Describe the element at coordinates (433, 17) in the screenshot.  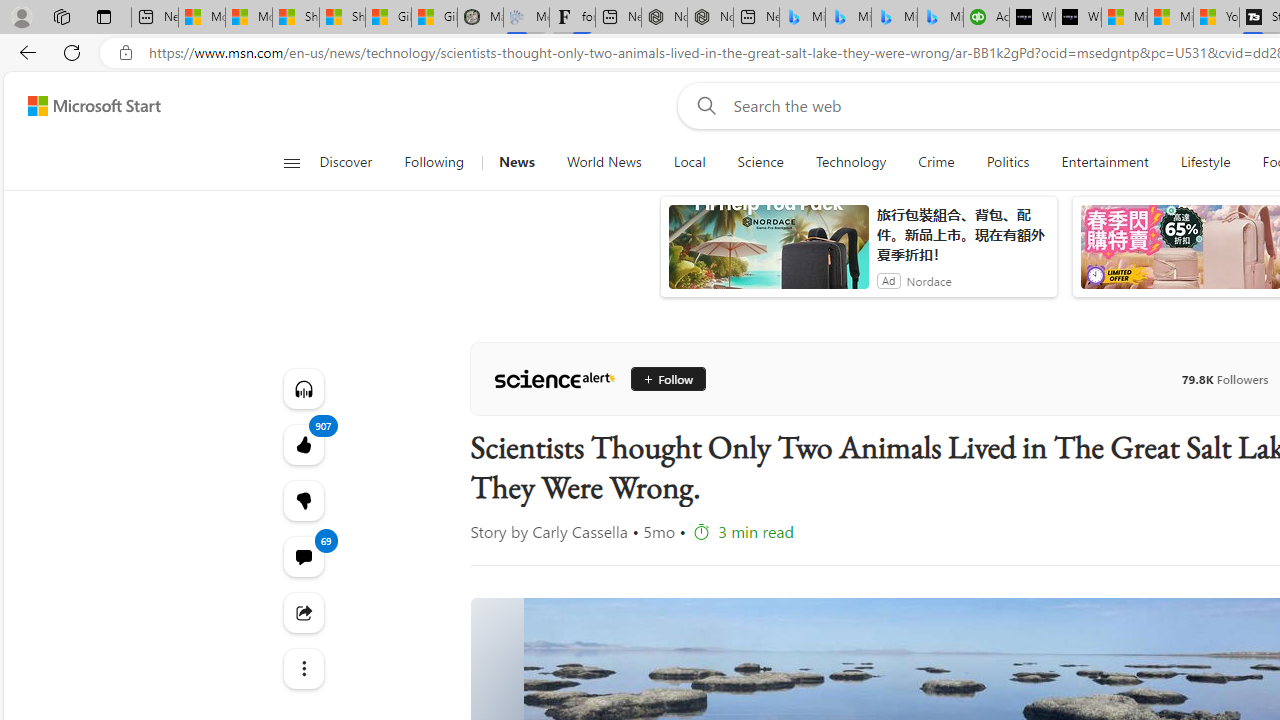
I see `'Gilma and Hector both pose tropical trouble for Hawaii'` at that location.